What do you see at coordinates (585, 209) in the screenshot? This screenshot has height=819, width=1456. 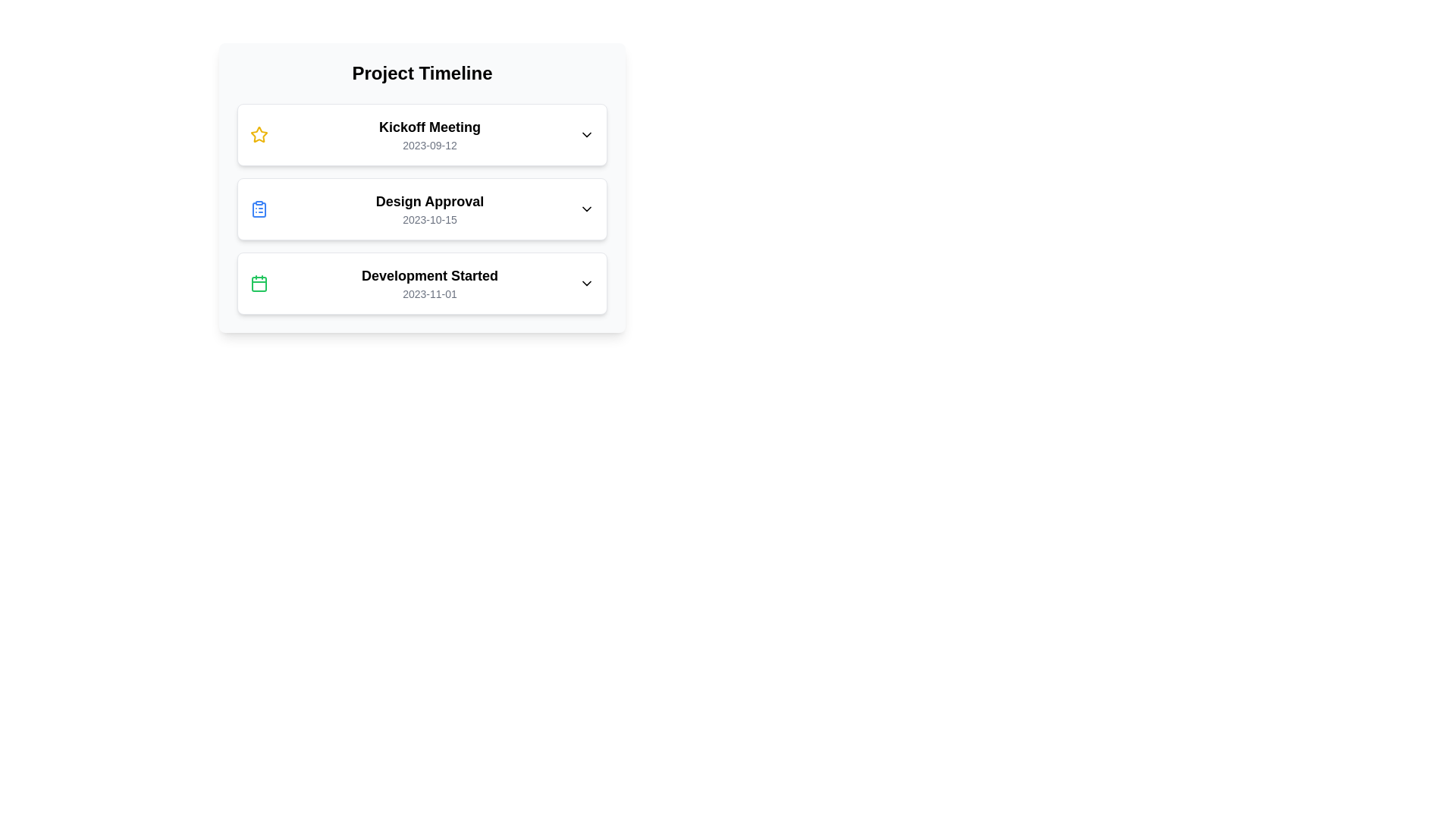 I see `the chevron icon located to the far right of the 'Design Approval' section` at bounding box center [585, 209].